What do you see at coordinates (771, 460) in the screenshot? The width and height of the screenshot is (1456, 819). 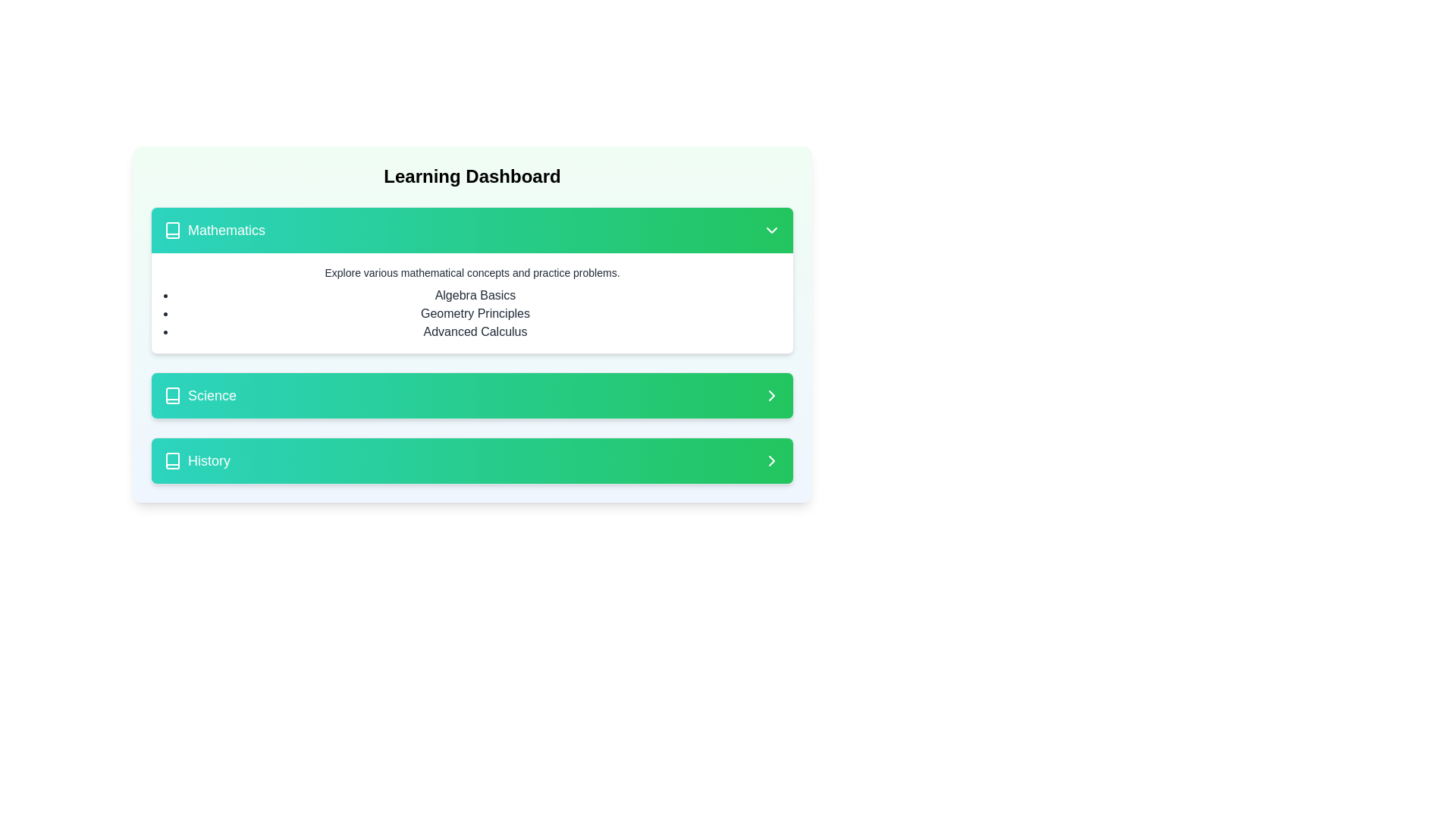 I see `the Chevron Right icon located at the right edge of the 'History' section, which indicates navigation or an expandable feature` at bounding box center [771, 460].